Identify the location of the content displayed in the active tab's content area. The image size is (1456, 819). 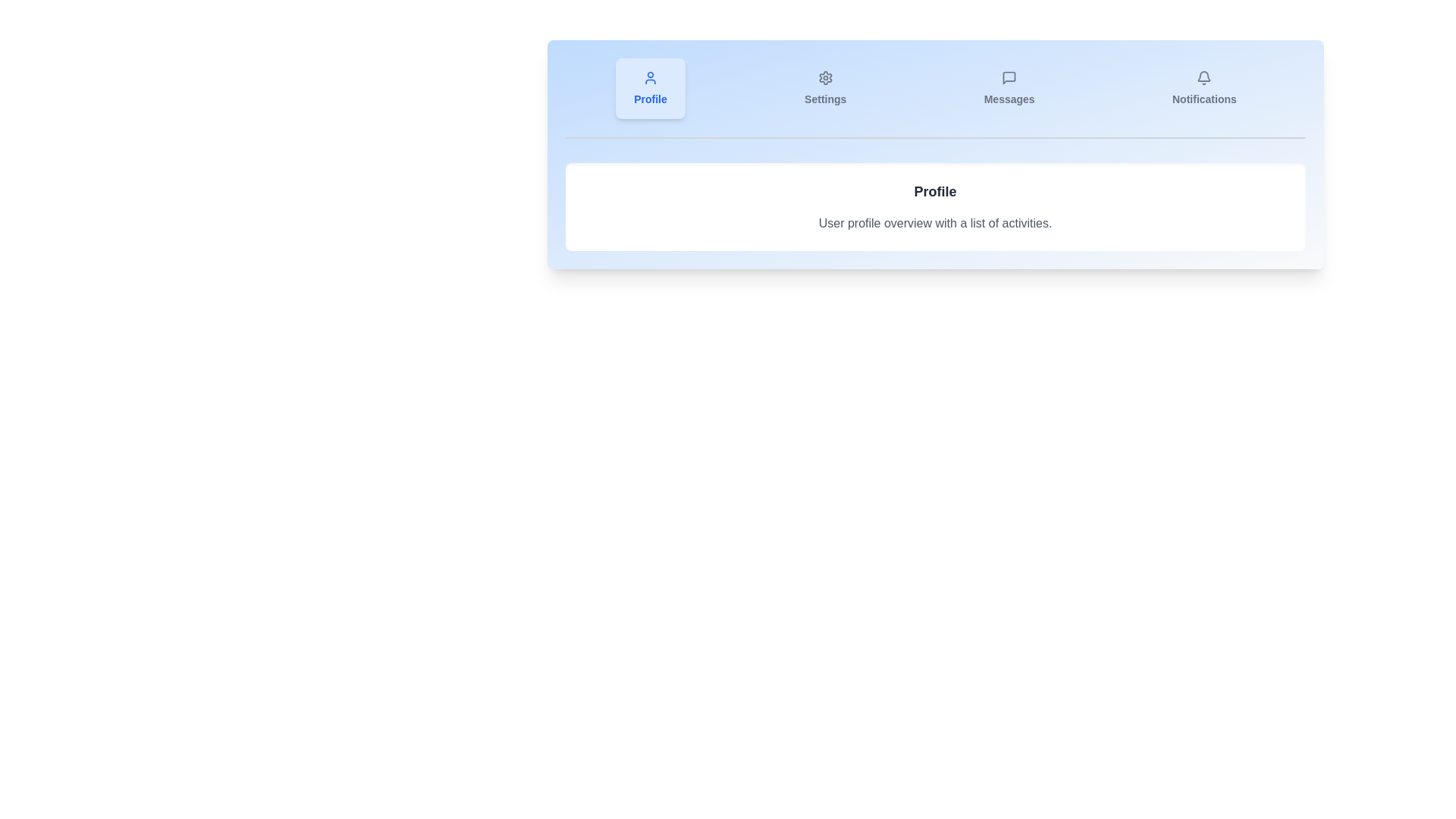
(934, 207).